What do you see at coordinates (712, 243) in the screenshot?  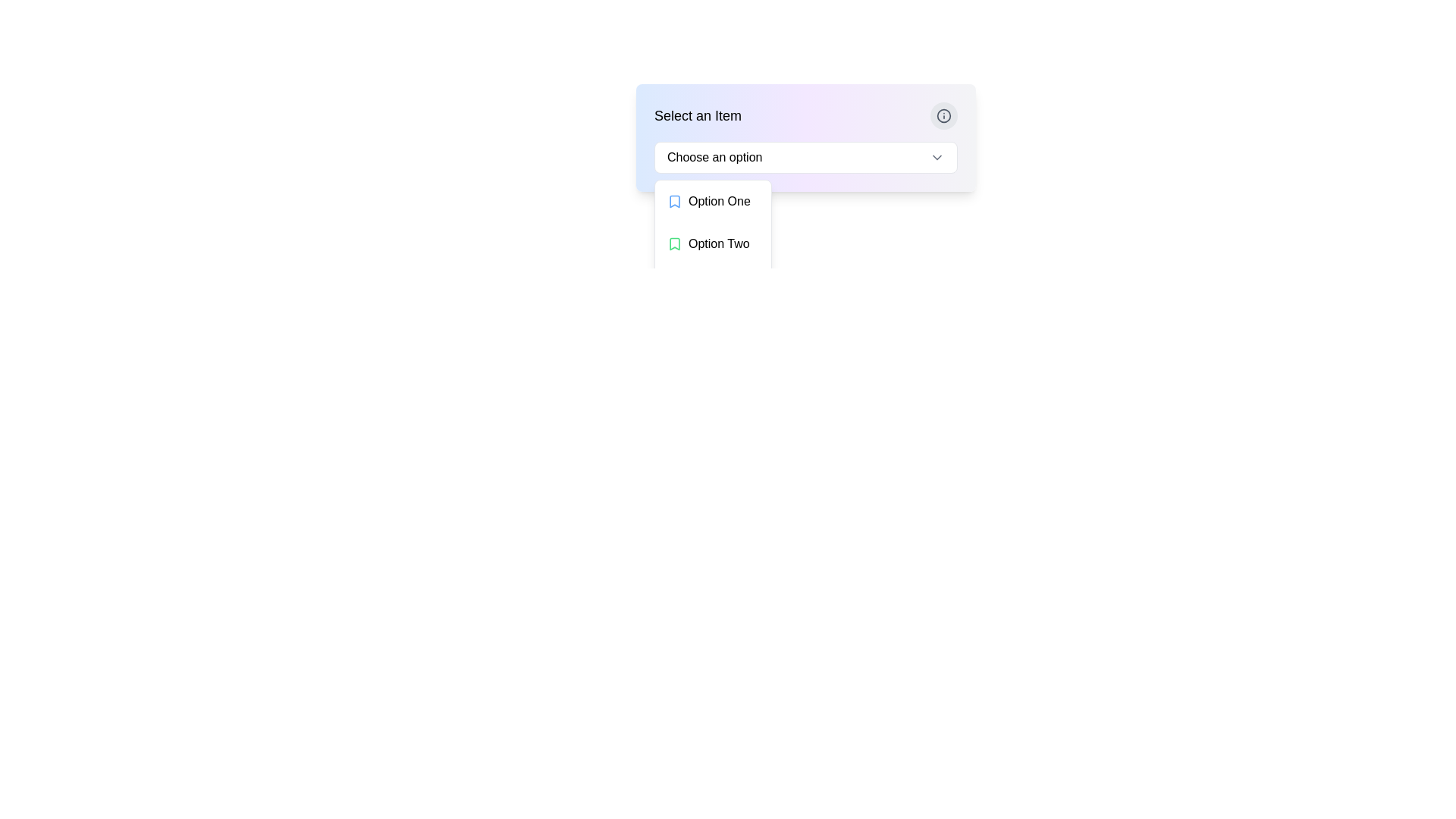 I see `the 'Option Two' dropdown option, which is the second selectable option in the dropdown menu, identified by its green bookmark-shaped icon and black text` at bounding box center [712, 243].